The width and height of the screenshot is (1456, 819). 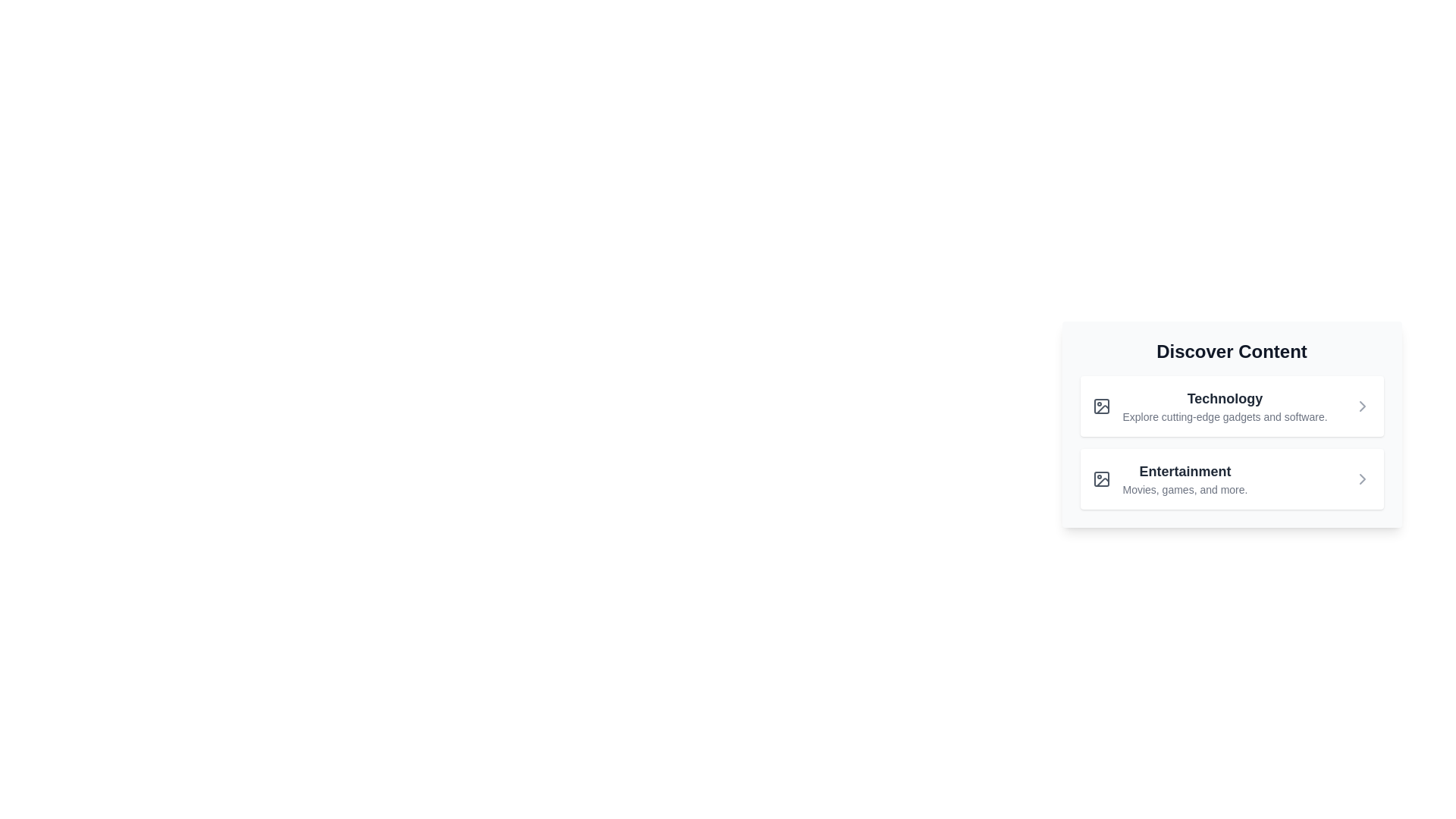 What do you see at coordinates (1185, 489) in the screenshot?
I see `the text label that provides a description for the 'Entertainment' section, located directly under the 'Entertainment' heading in the content card` at bounding box center [1185, 489].